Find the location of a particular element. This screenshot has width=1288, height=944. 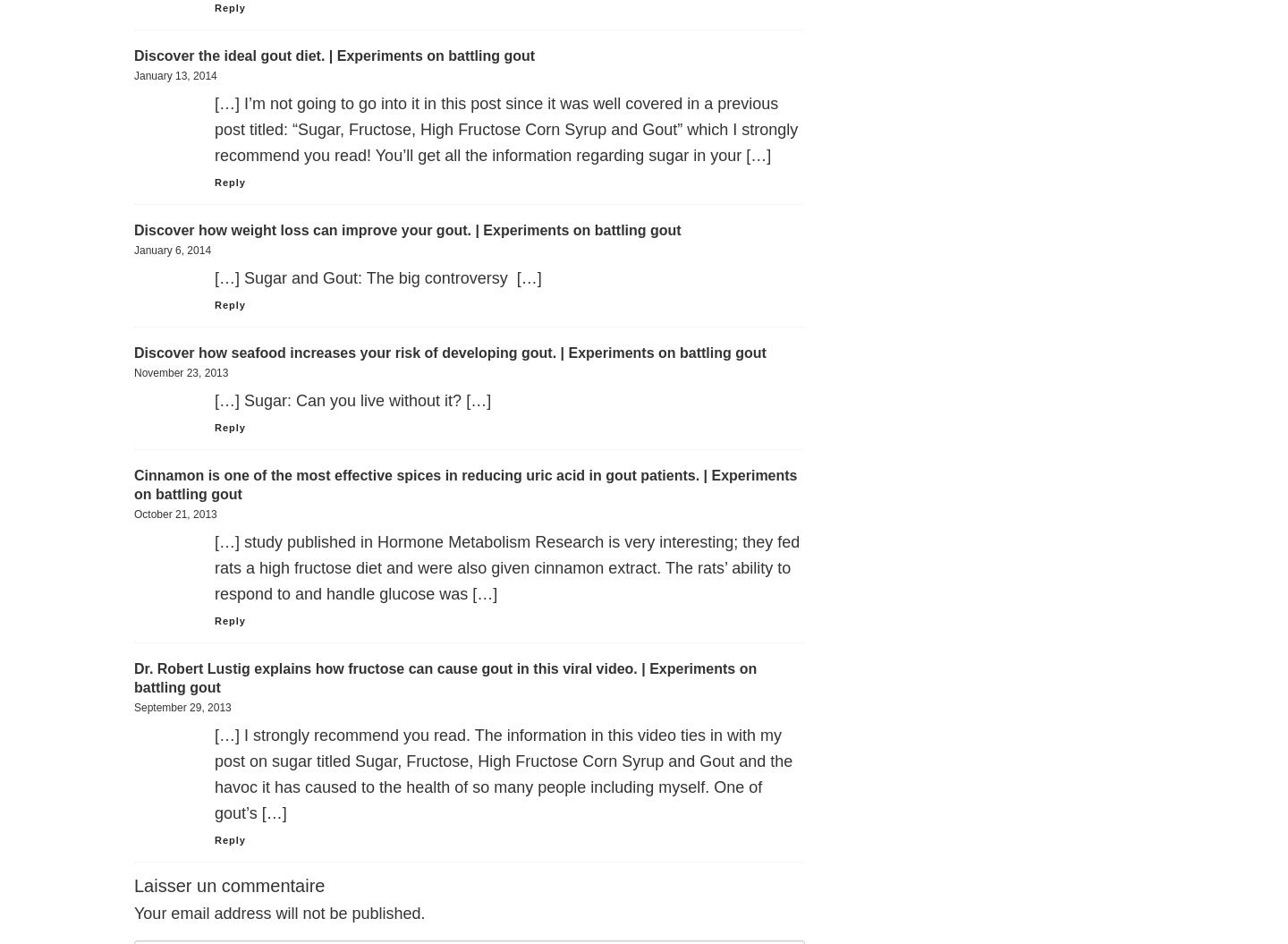

'November 23, 2013' is located at coordinates (181, 372).